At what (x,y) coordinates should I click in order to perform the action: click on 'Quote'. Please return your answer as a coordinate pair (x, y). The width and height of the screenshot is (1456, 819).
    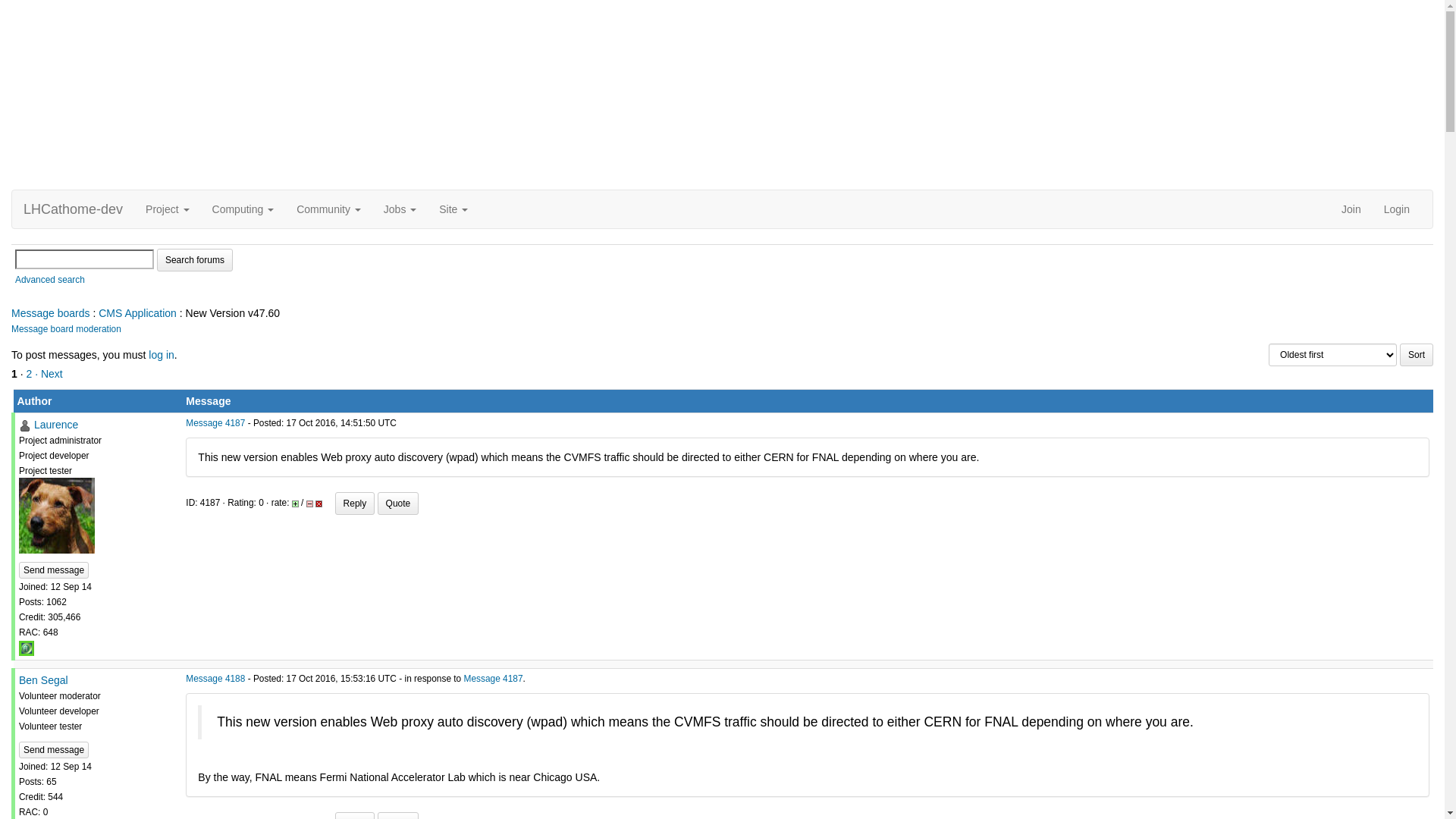
    Looking at the image, I should click on (398, 503).